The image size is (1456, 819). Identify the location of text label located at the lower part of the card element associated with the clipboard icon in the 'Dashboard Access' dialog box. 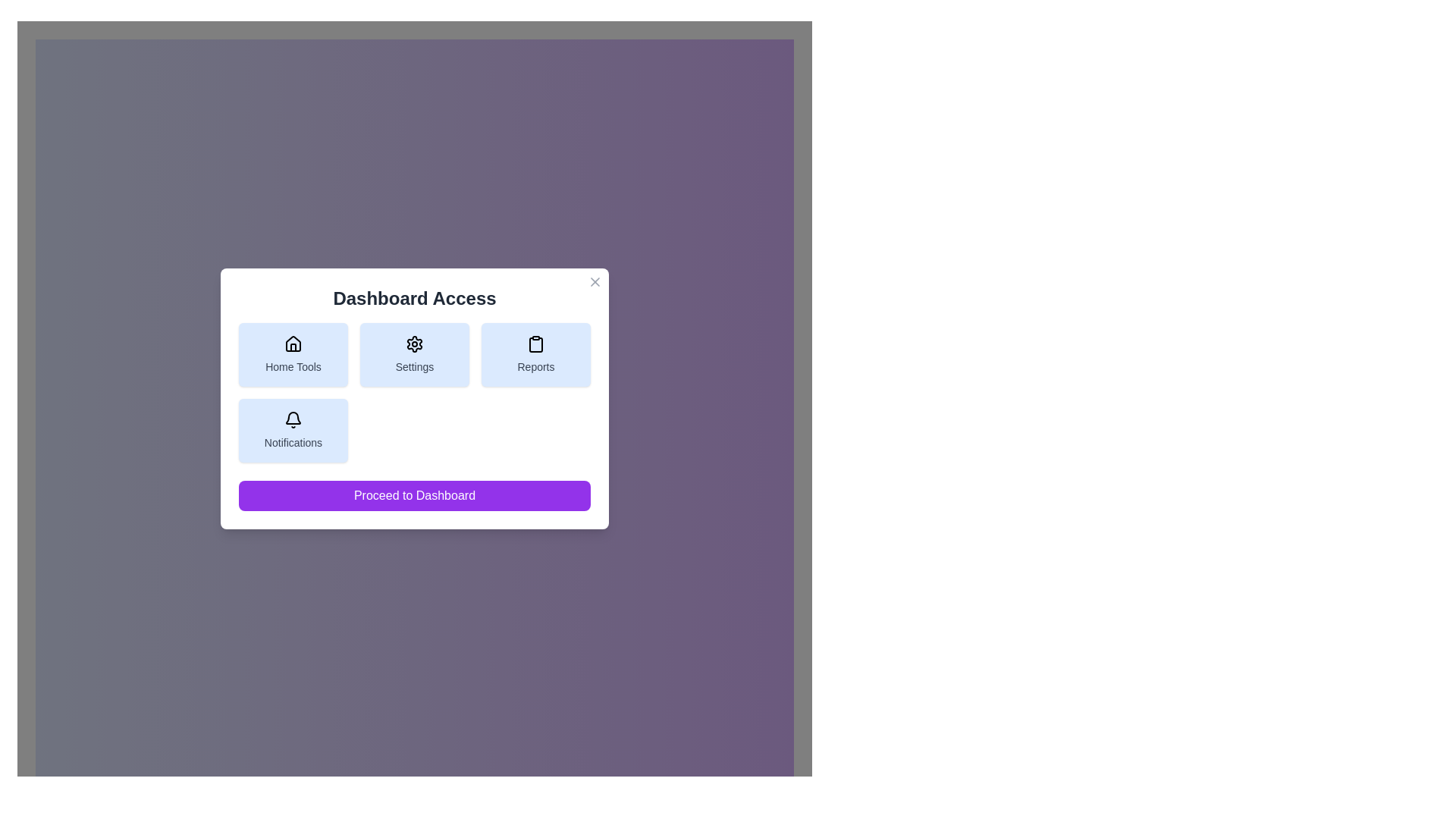
(535, 366).